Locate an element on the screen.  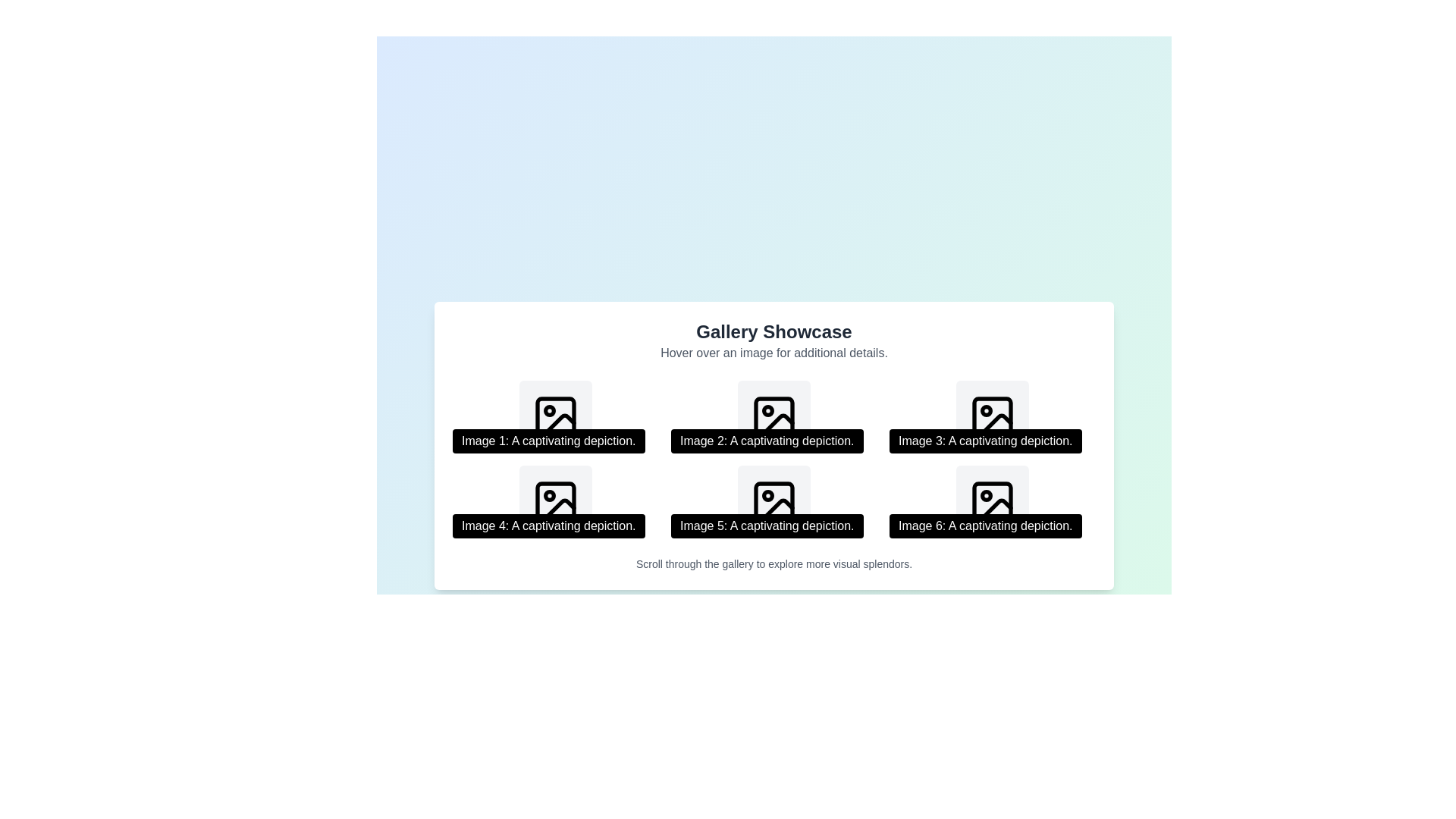
the SVG Icon located in the fifth item of the gallery grid is located at coordinates (774, 502).